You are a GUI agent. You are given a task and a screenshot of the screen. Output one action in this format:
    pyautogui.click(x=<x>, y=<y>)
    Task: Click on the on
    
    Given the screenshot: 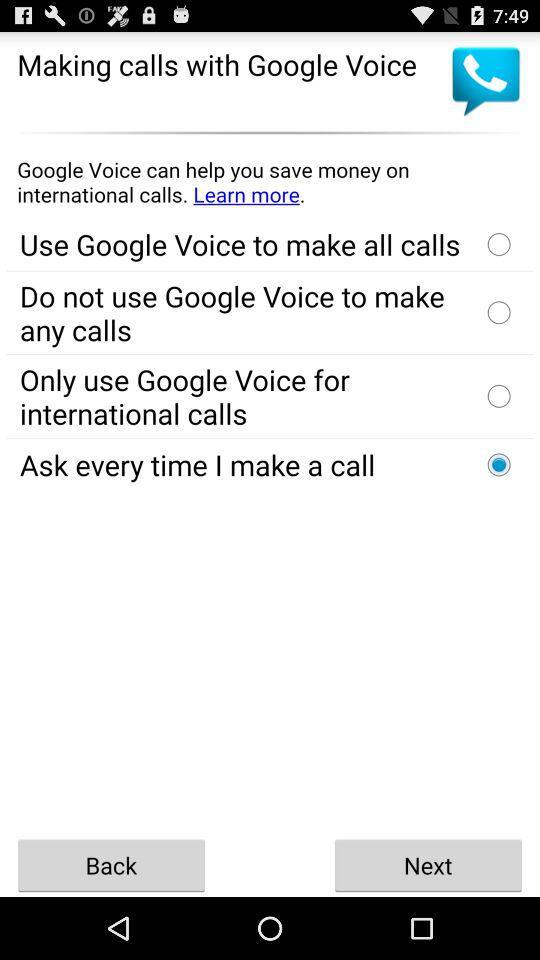 What is the action you would take?
    pyautogui.click(x=498, y=464)
    